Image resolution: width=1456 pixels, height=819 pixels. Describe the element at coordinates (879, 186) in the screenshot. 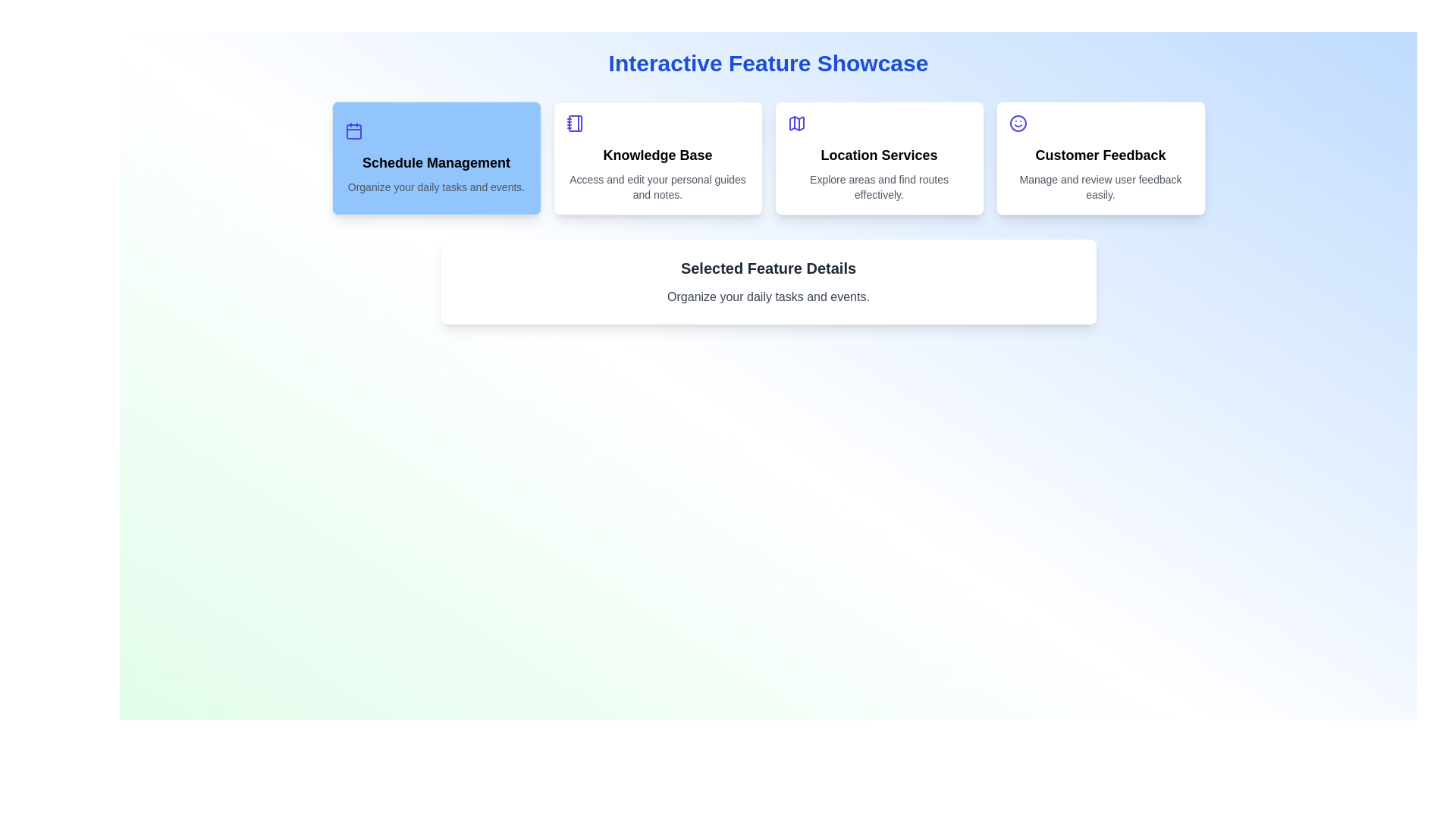

I see `the static text that provides additional descriptive information about the 'Location Services' feature, located at the bottom of the 'Location Services' section` at that location.